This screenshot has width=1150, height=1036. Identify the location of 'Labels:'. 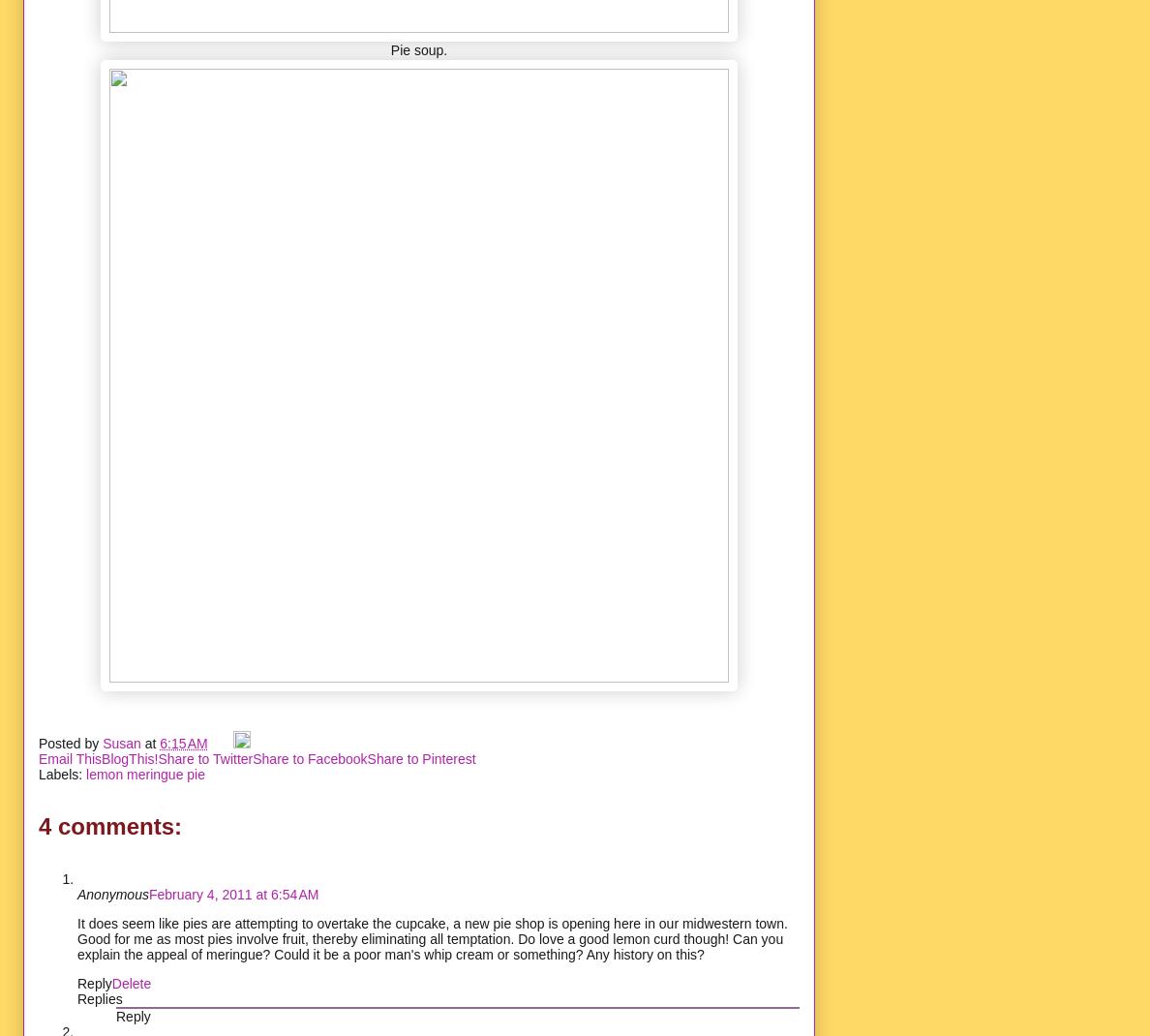
(62, 774).